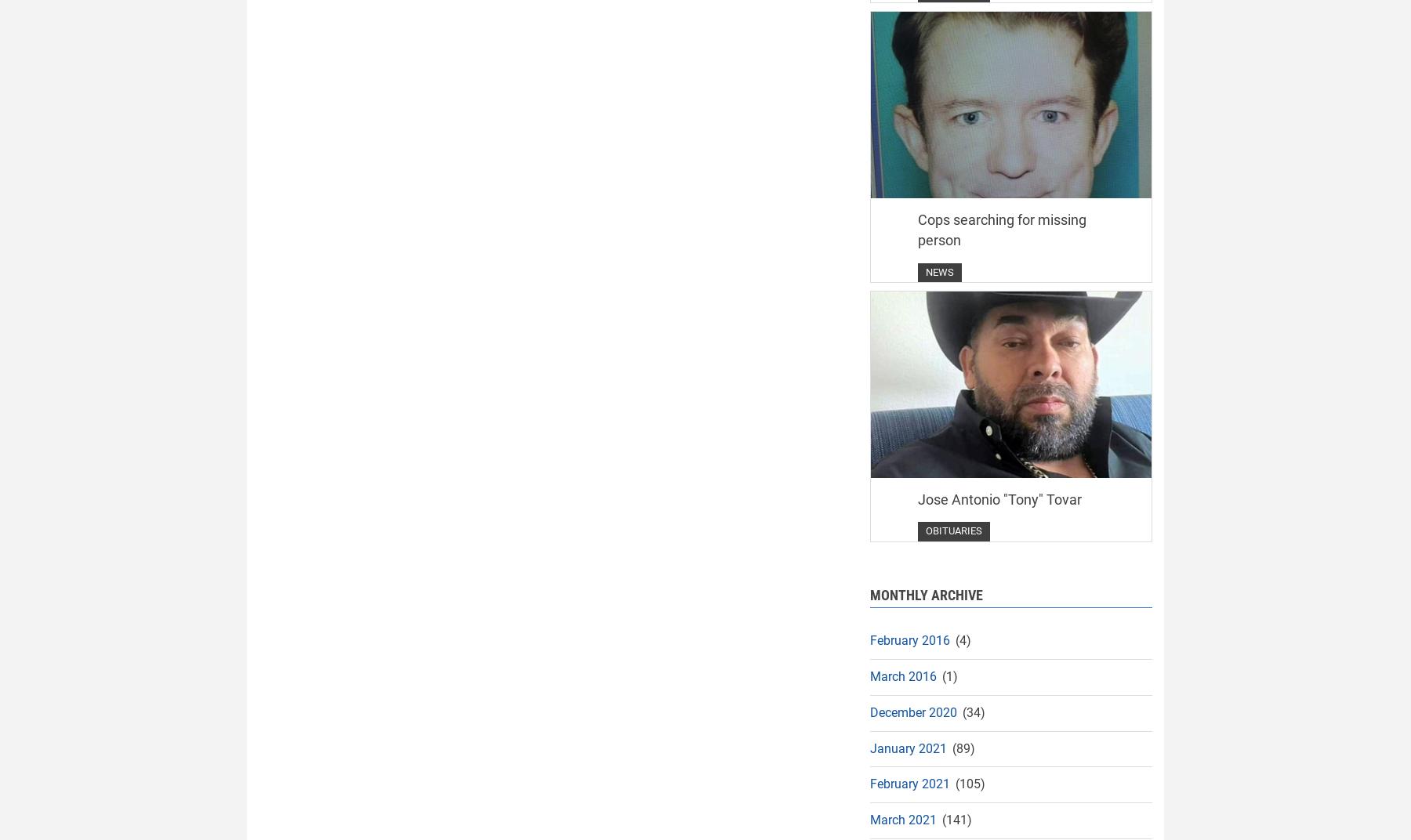  I want to click on 'Obituaries', so click(952, 530).